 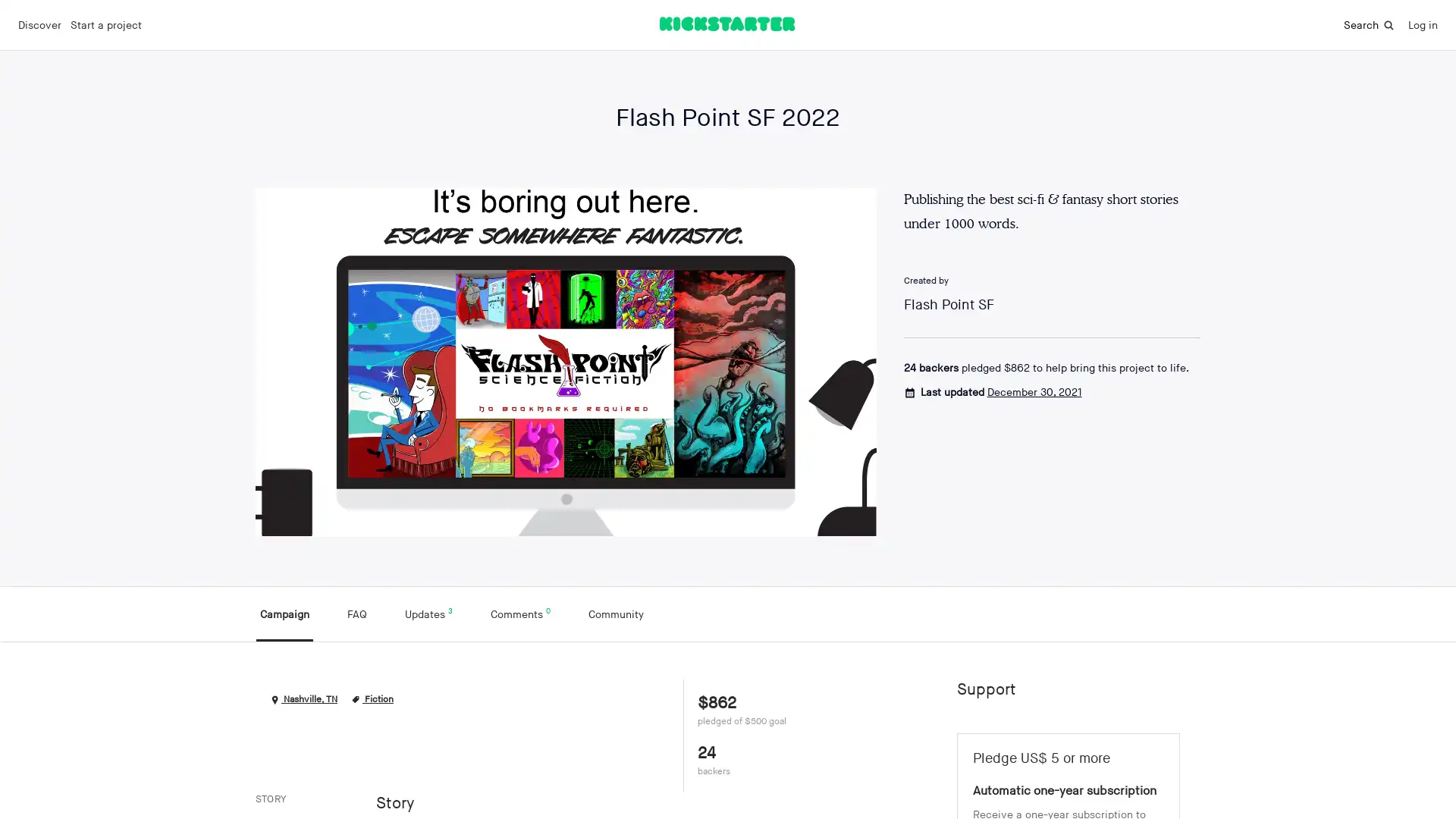 I want to click on Search, so click(x=1369, y=24).